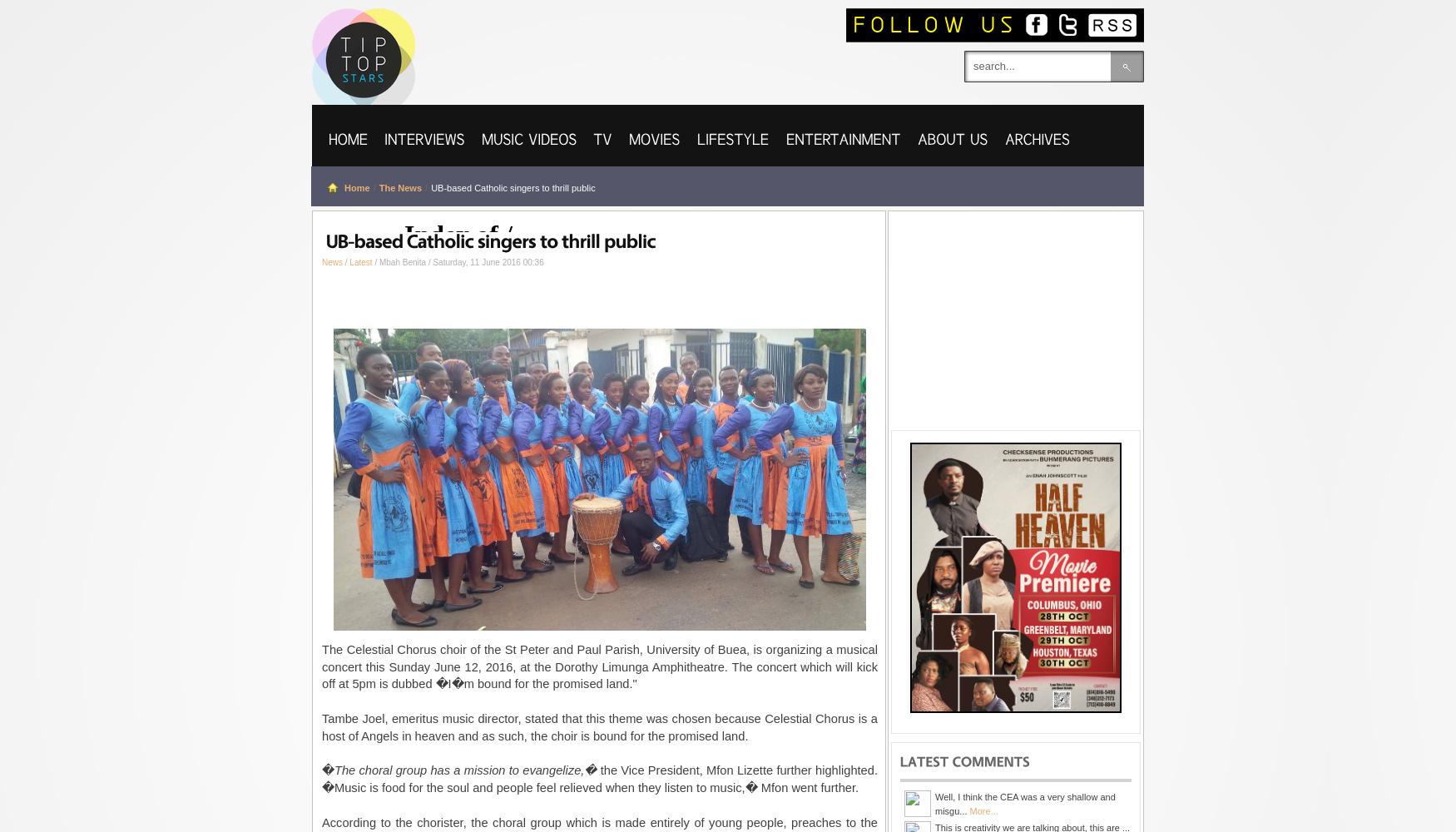 This screenshot has height=832, width=1456. Describe the element at coordinates (600, 779) in the screenshot. I see `'the Vice President, Mfon Lizette further highlighted. �Music is food for the soul and people feel relieved when they listen to music,� Mfon went further.'` at that location.